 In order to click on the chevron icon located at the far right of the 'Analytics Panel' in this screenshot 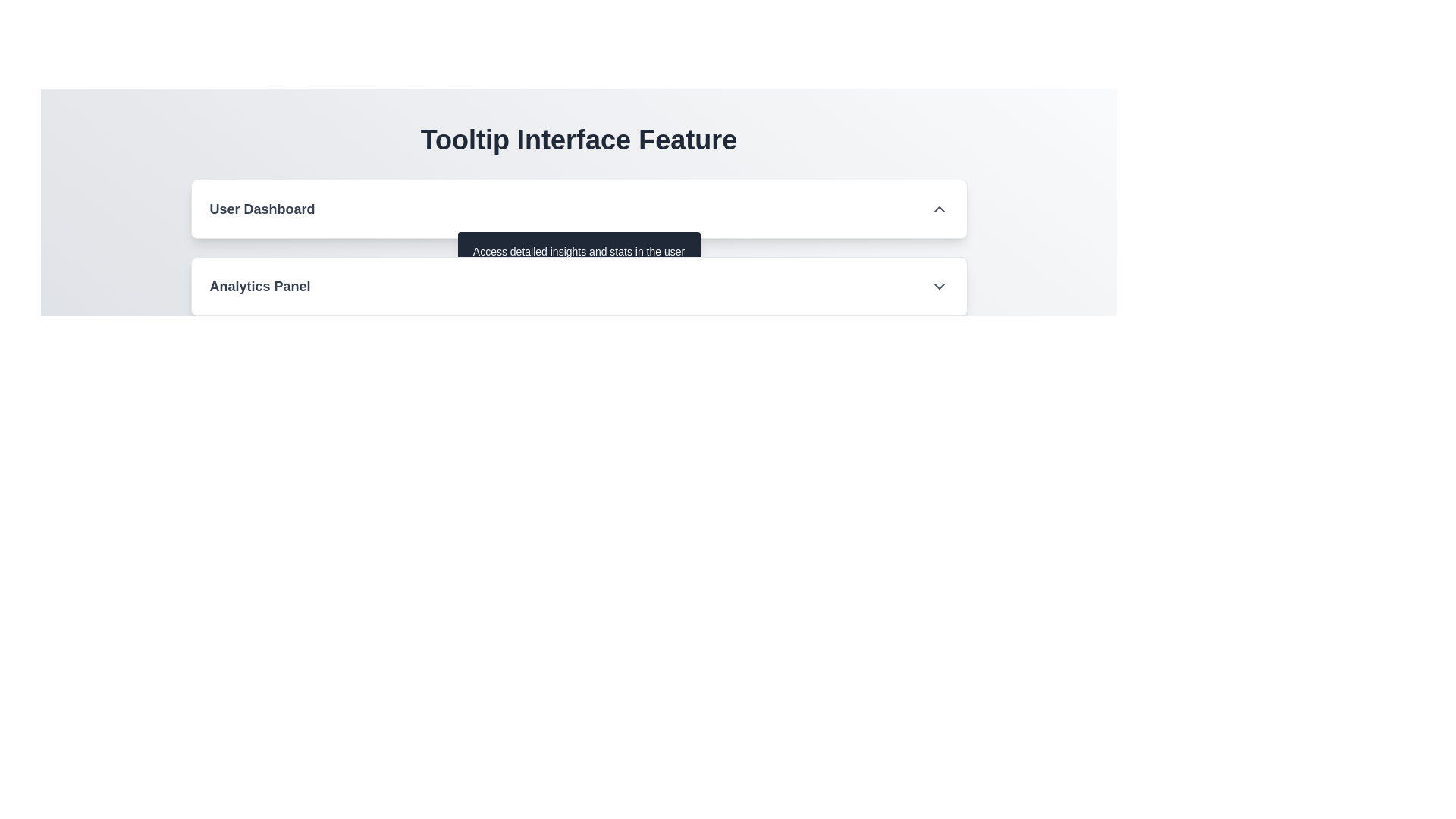, I will do `click(938, 287)`.